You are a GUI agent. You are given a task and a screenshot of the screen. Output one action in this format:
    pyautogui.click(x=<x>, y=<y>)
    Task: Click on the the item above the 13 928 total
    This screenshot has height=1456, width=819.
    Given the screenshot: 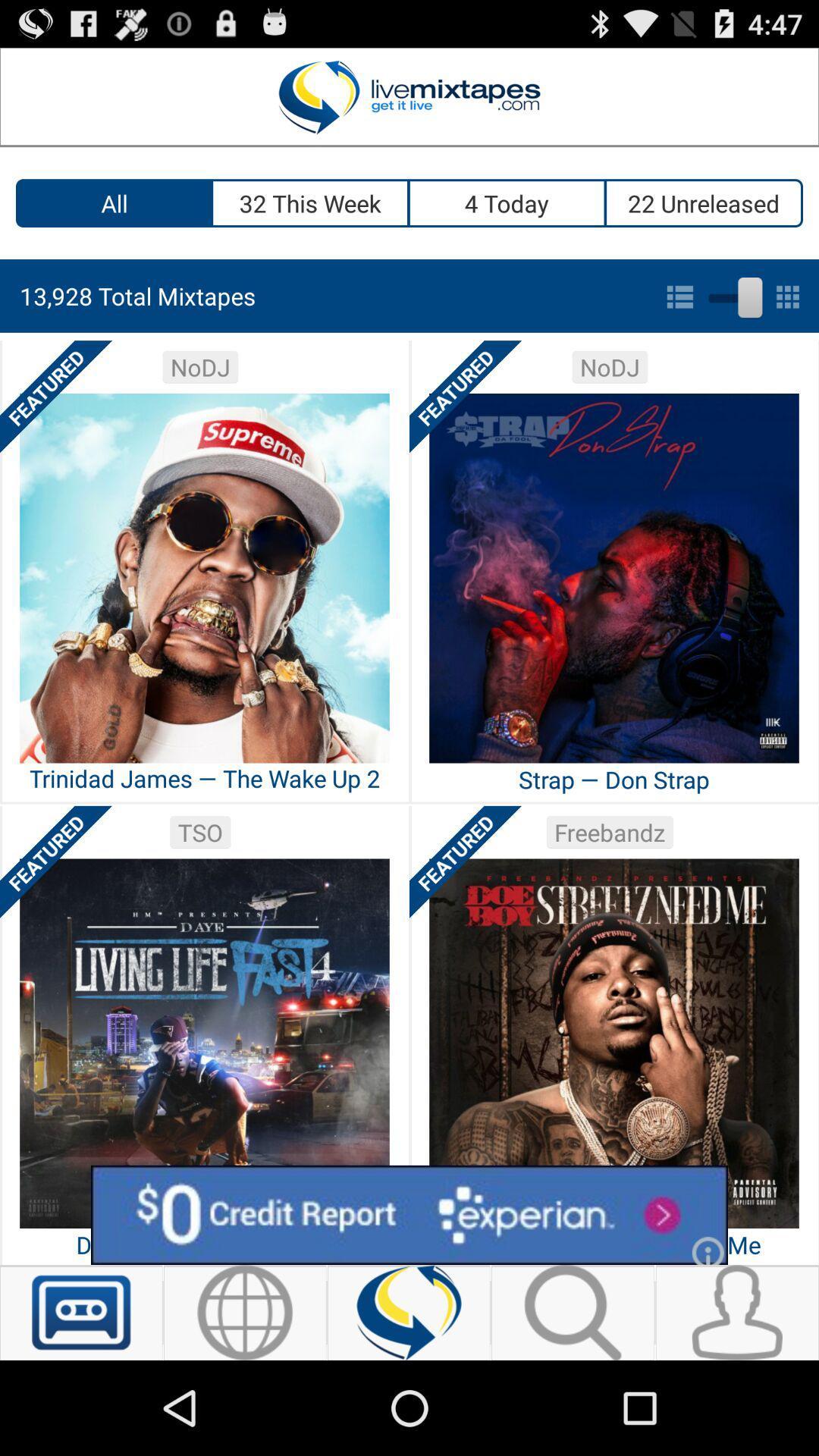 What is the action you would take?
    pyautogui.click(x=113, y=202)
    